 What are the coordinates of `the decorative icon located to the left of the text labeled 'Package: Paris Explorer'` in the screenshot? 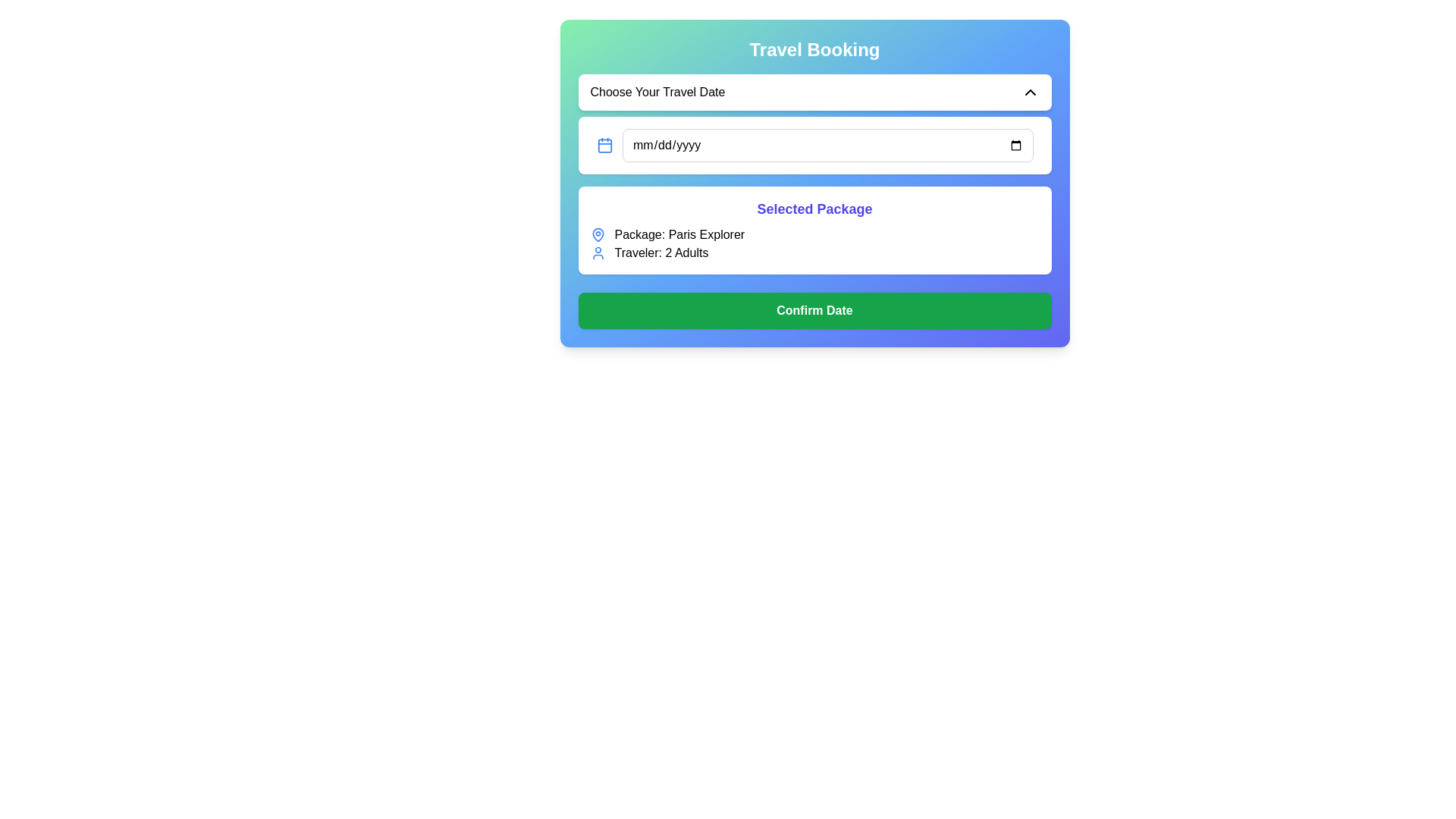 It's located at (597, 234).